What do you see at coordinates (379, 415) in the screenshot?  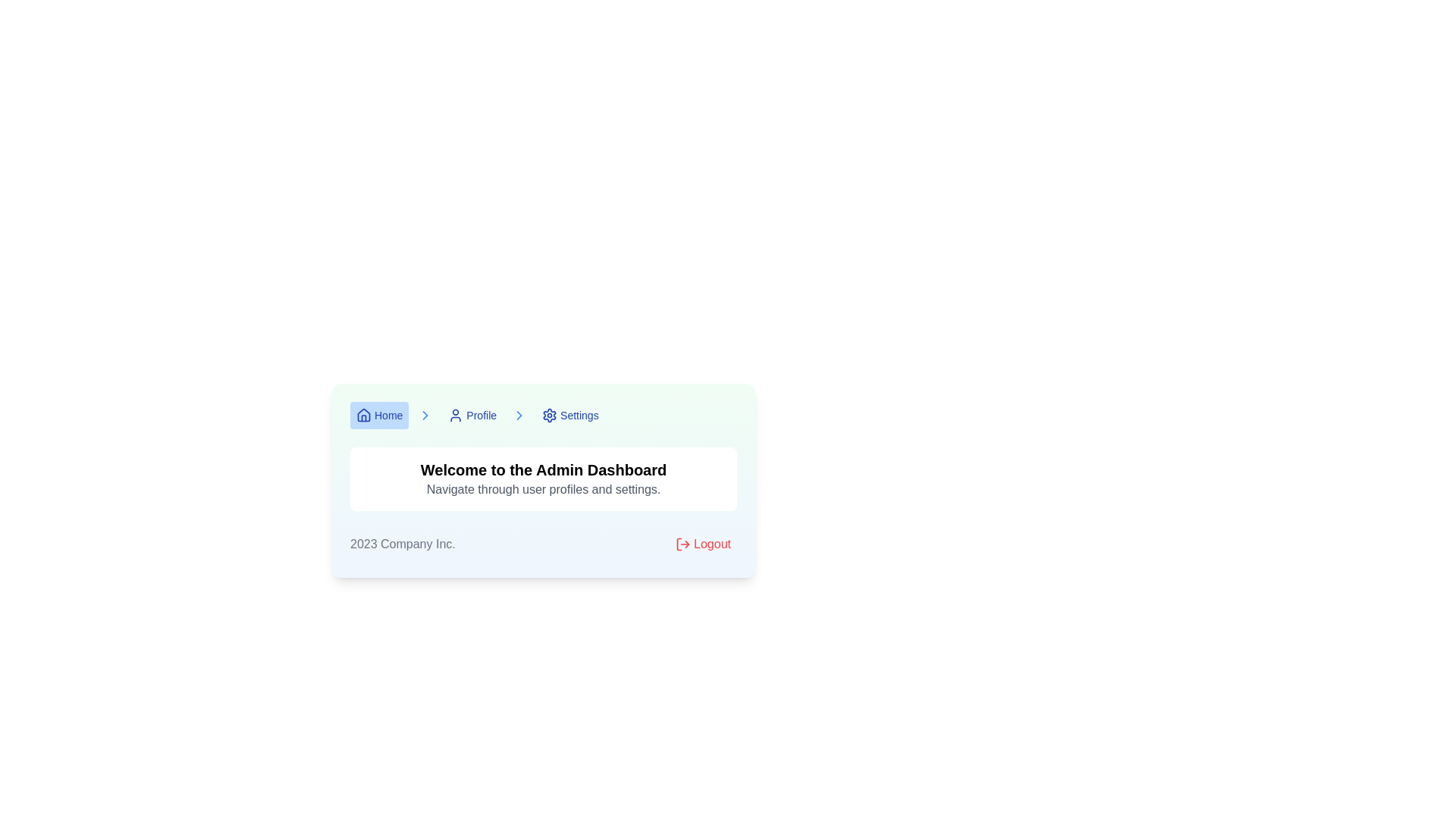 I see `the navigational button located at the upper left corner of the navigation bar` at bounding box center [379, 415].